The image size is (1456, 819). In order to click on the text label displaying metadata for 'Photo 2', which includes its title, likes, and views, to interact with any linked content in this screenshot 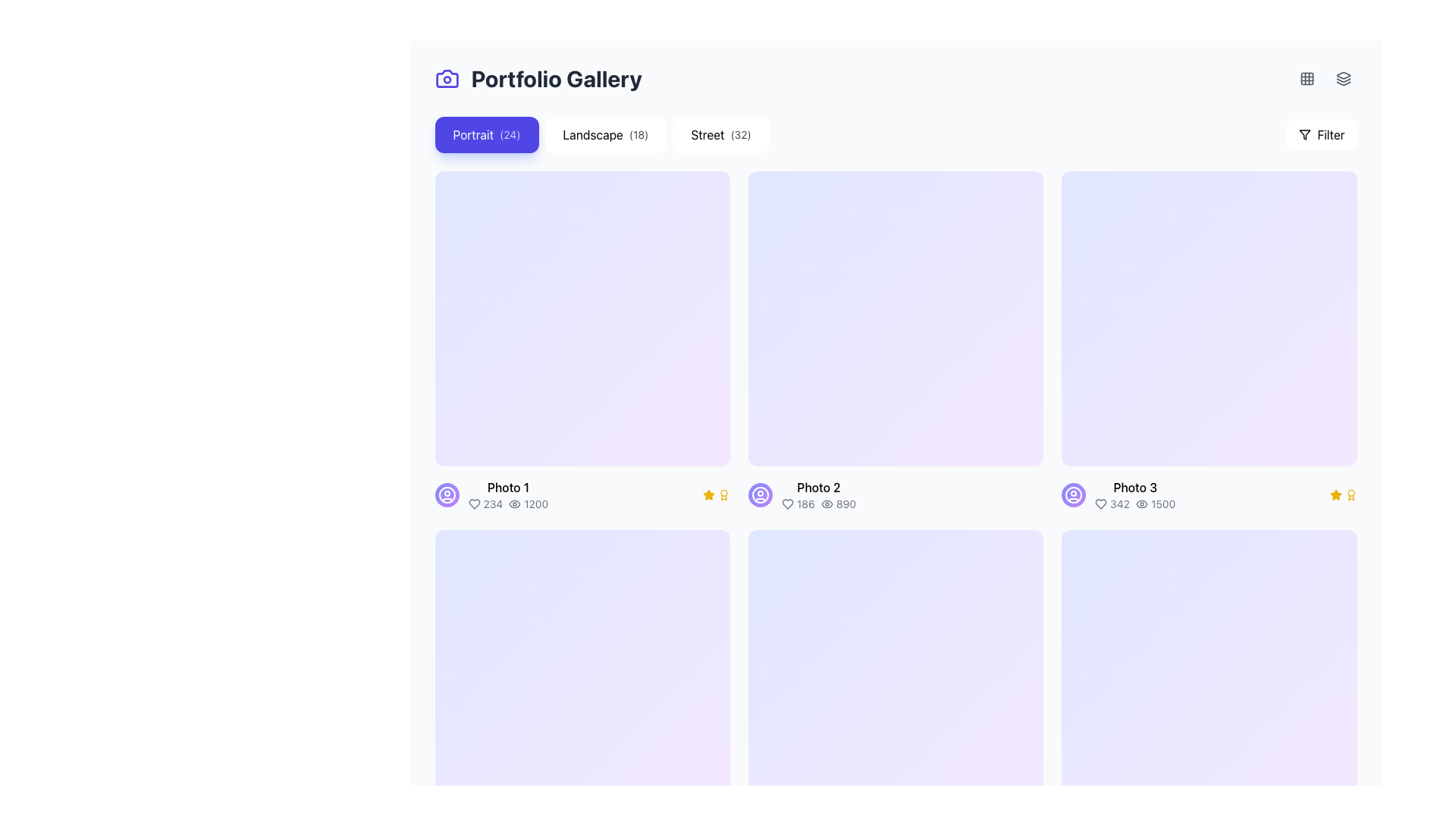, I will do `click(817, 495)`.